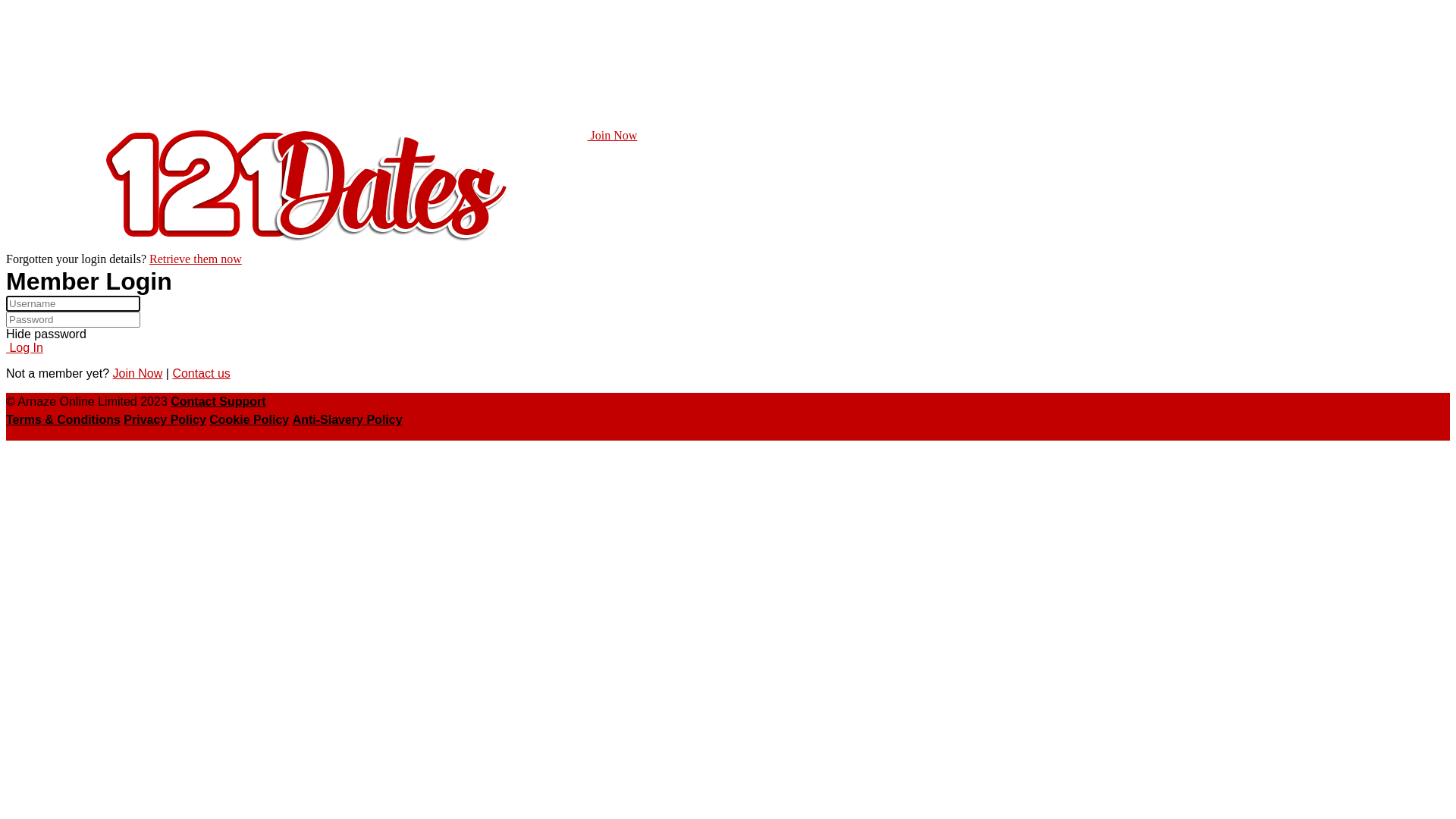 This screenshot has width=1456, height=819. What do you see at coordinates (195, 258) in the screenshot?
I see `'Retrieve them now'` at bounding box center [195, 258].